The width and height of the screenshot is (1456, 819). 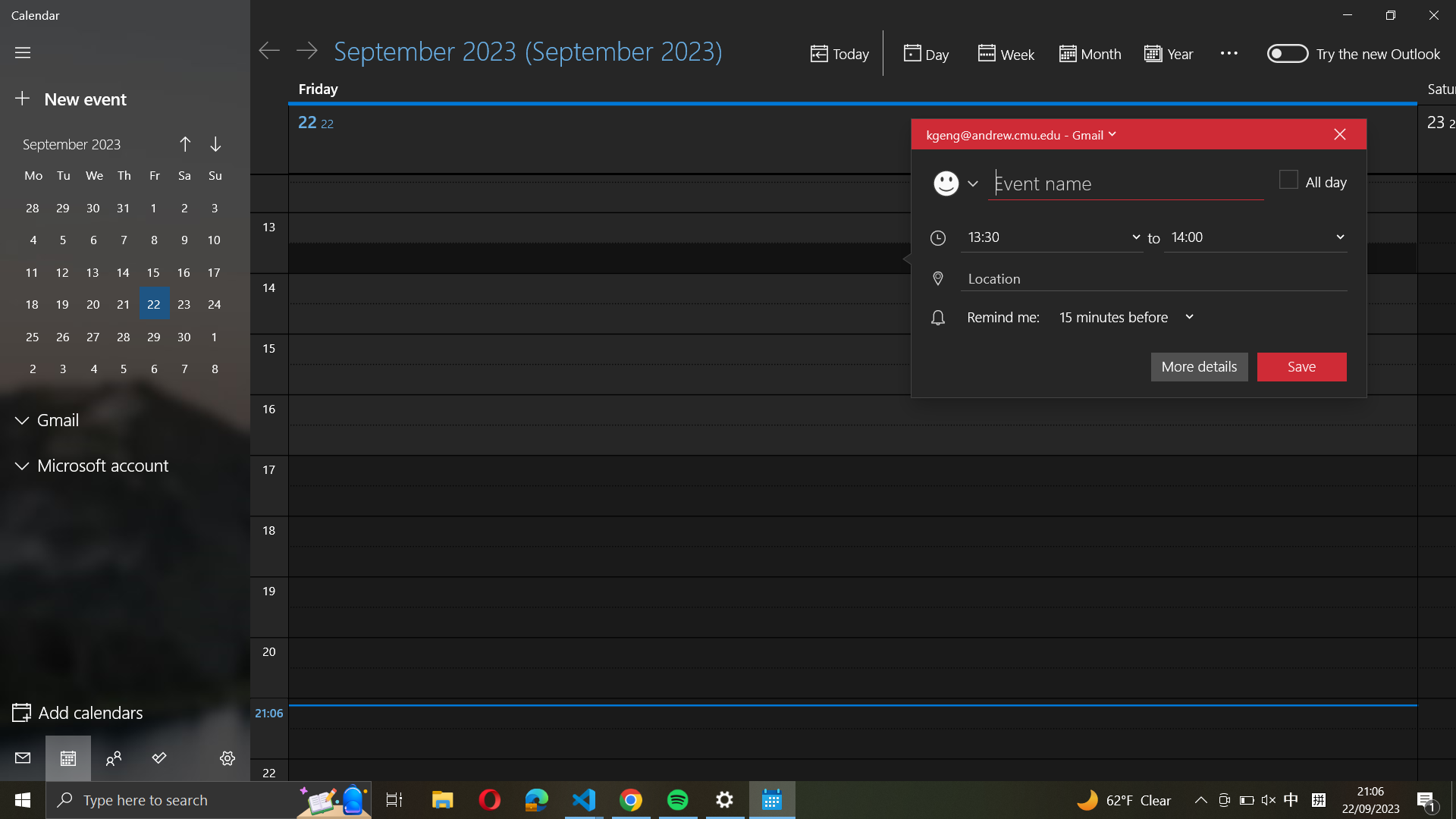 What do you see at coordinates (1198, 365) in the screenshot?
I see `Reveal additional data for the active event by opening "more details"` at bounding box center [1198, 365].